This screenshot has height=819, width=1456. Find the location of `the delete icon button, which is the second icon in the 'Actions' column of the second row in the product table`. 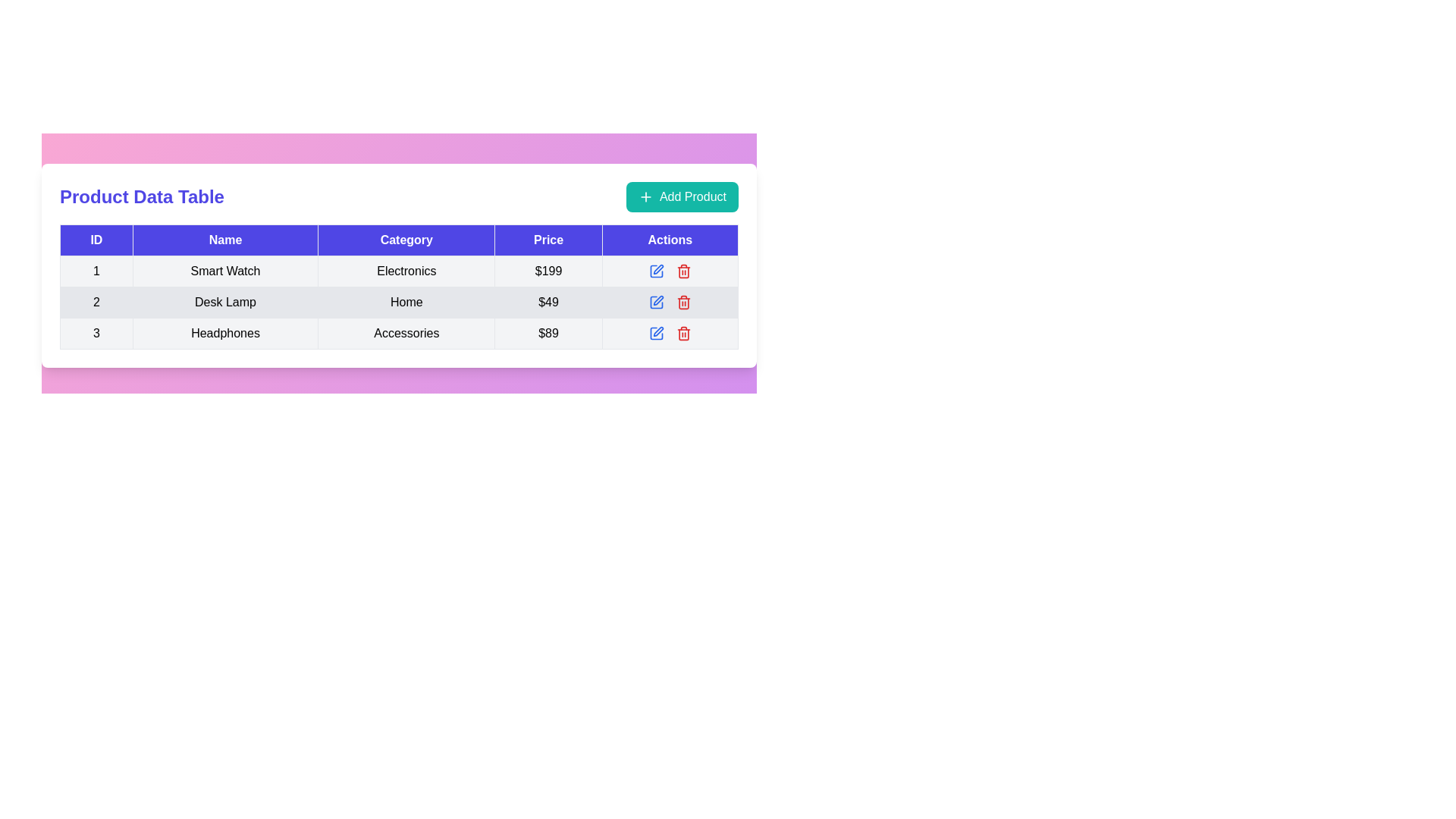

the delete icon button, which is the second icon in the 'Actions' column of the second row in the product table is located at coordinates (682, 302).